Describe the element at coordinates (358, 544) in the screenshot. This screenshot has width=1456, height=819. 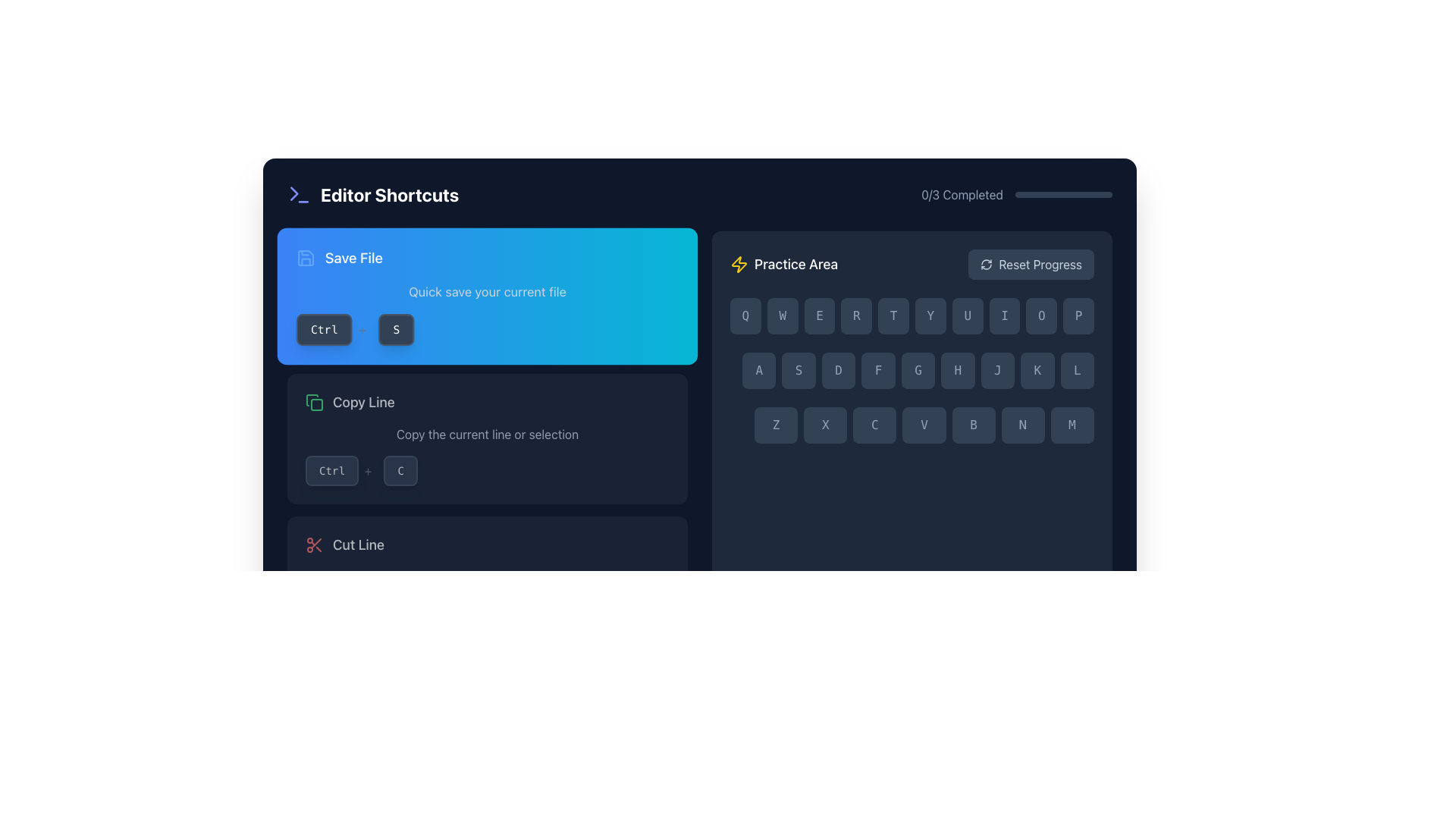
I see `the 'Cut Line' label text, which describes the function for cutting the current line in the text editor, located in the bottom section of the interface to the right of the red scissors icon` at that location.